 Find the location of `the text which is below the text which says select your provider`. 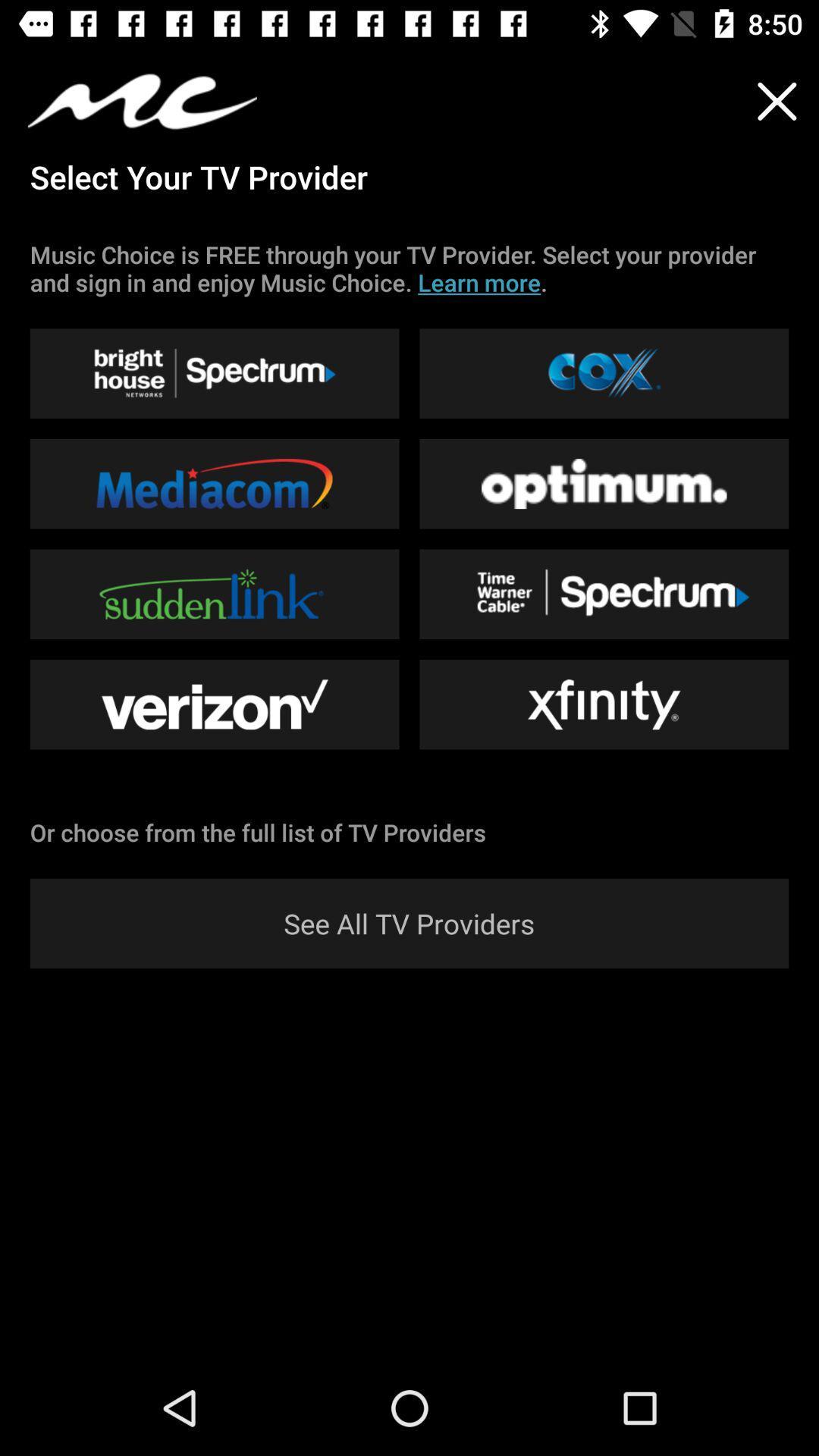

the text which is below the text which says select your provider is located at coordinates (409, 268).